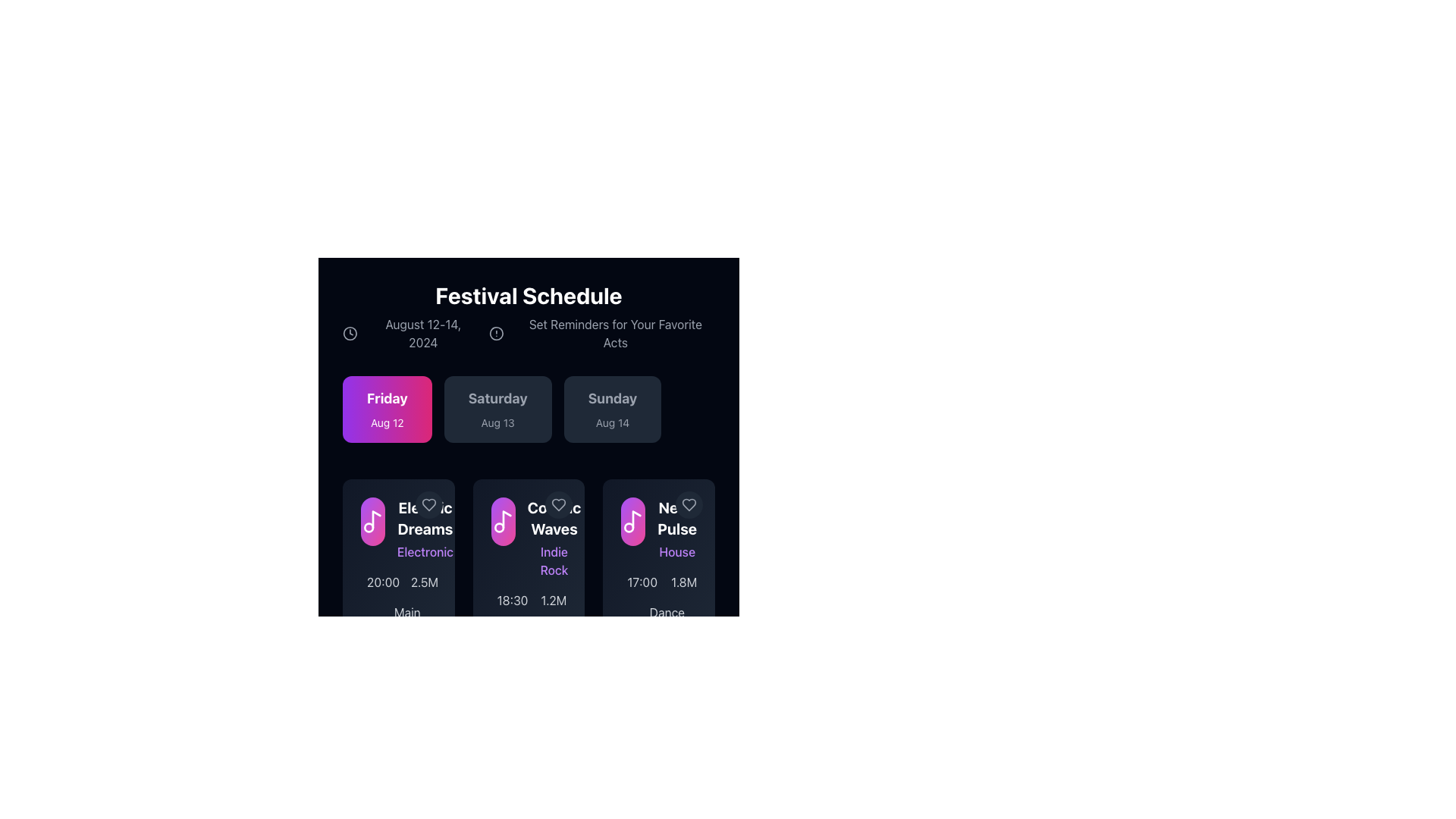 This screenshot has height=819, width=1456. What do you see at coordinates (496, 332) in the screenshot?
I see `the circular graphical icon located below the 'Festival Schedule' title, which has a darker border and a solid interior` at bounding box center [496, 332].